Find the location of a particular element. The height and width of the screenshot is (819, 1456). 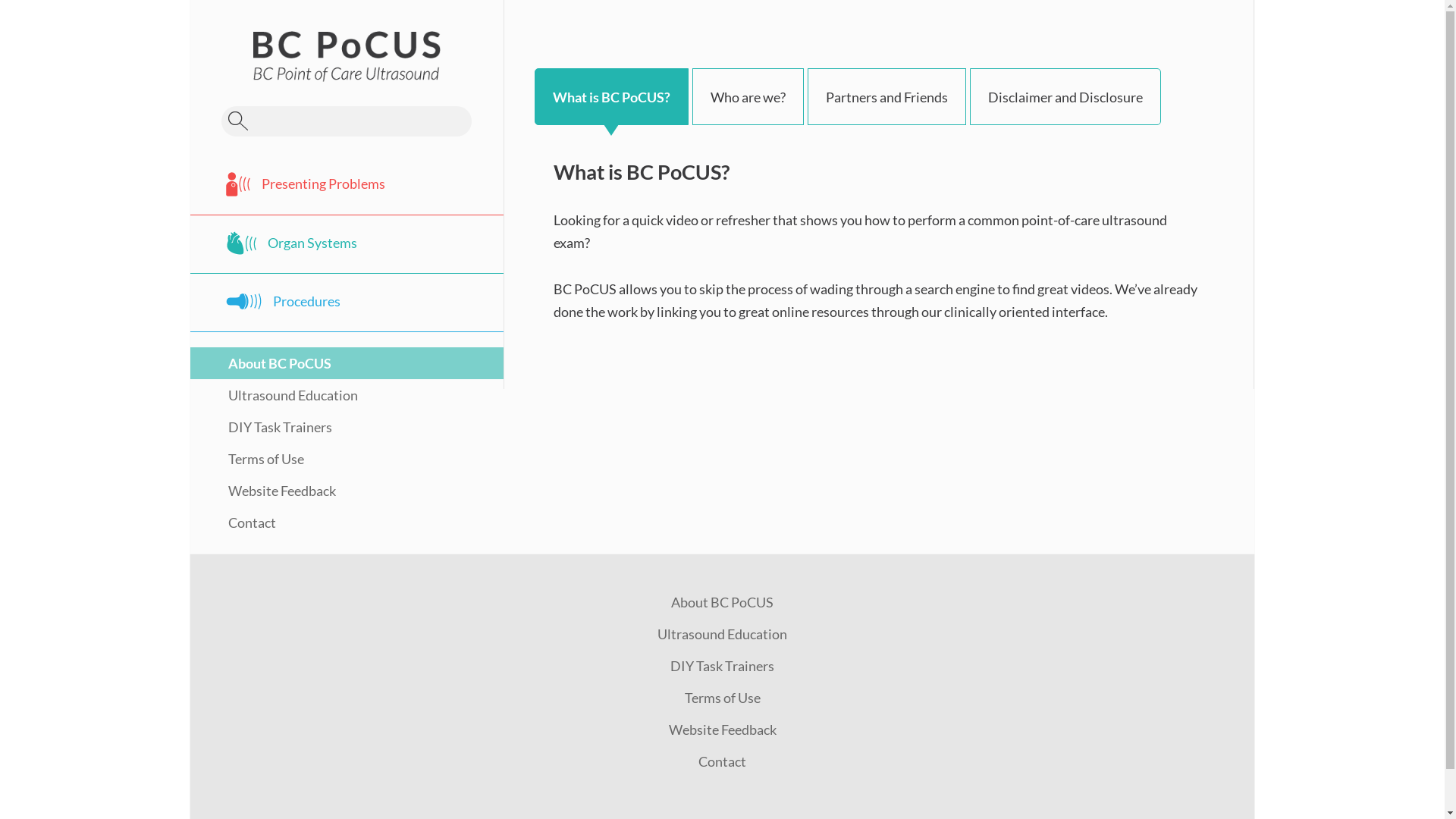

'Disclaimer and Disclosure' is located at coordinates (1065, 96).